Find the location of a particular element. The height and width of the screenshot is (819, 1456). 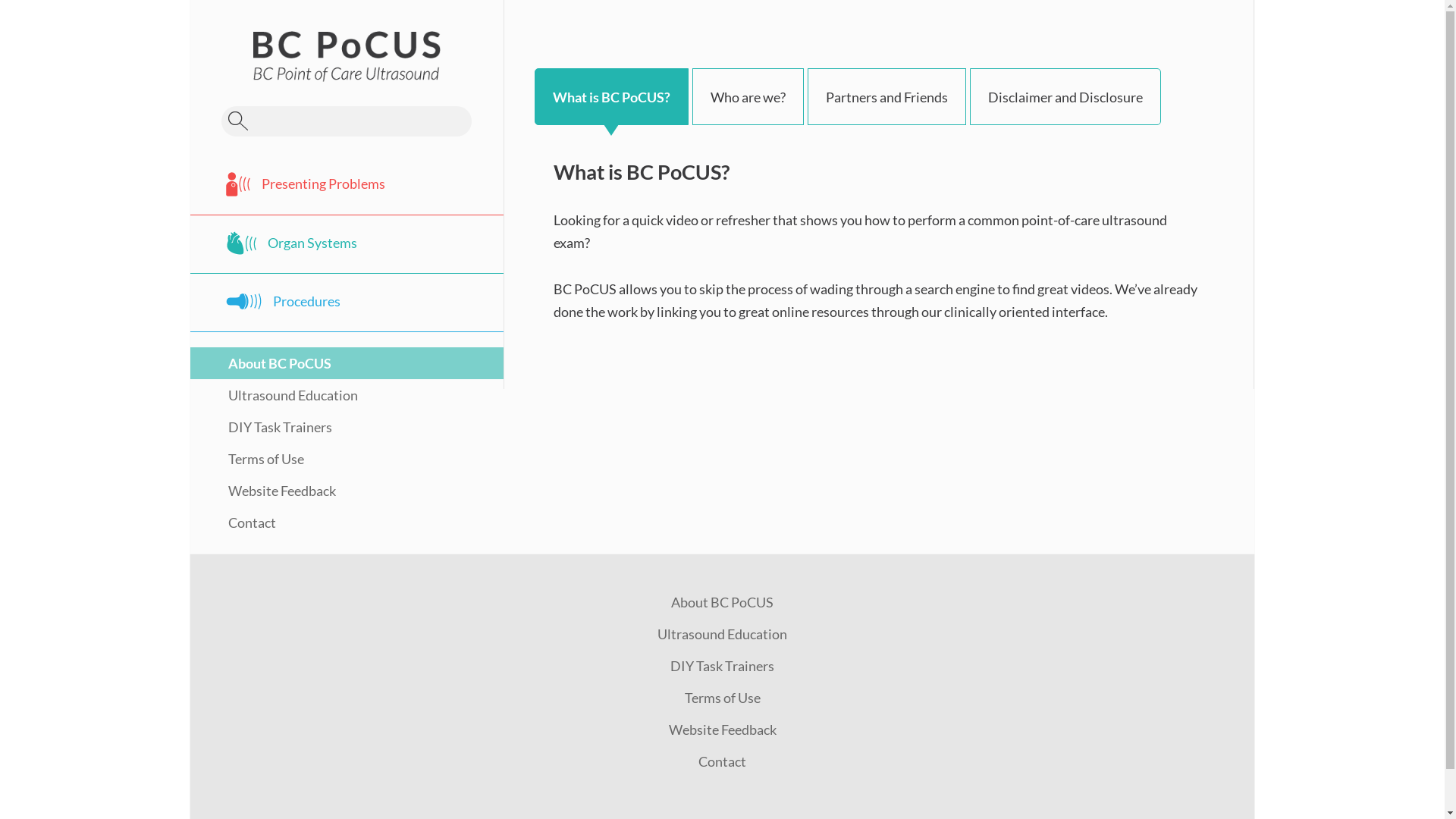

'Disclaimer and Disclosure' is located at coordinates (1065, 96).